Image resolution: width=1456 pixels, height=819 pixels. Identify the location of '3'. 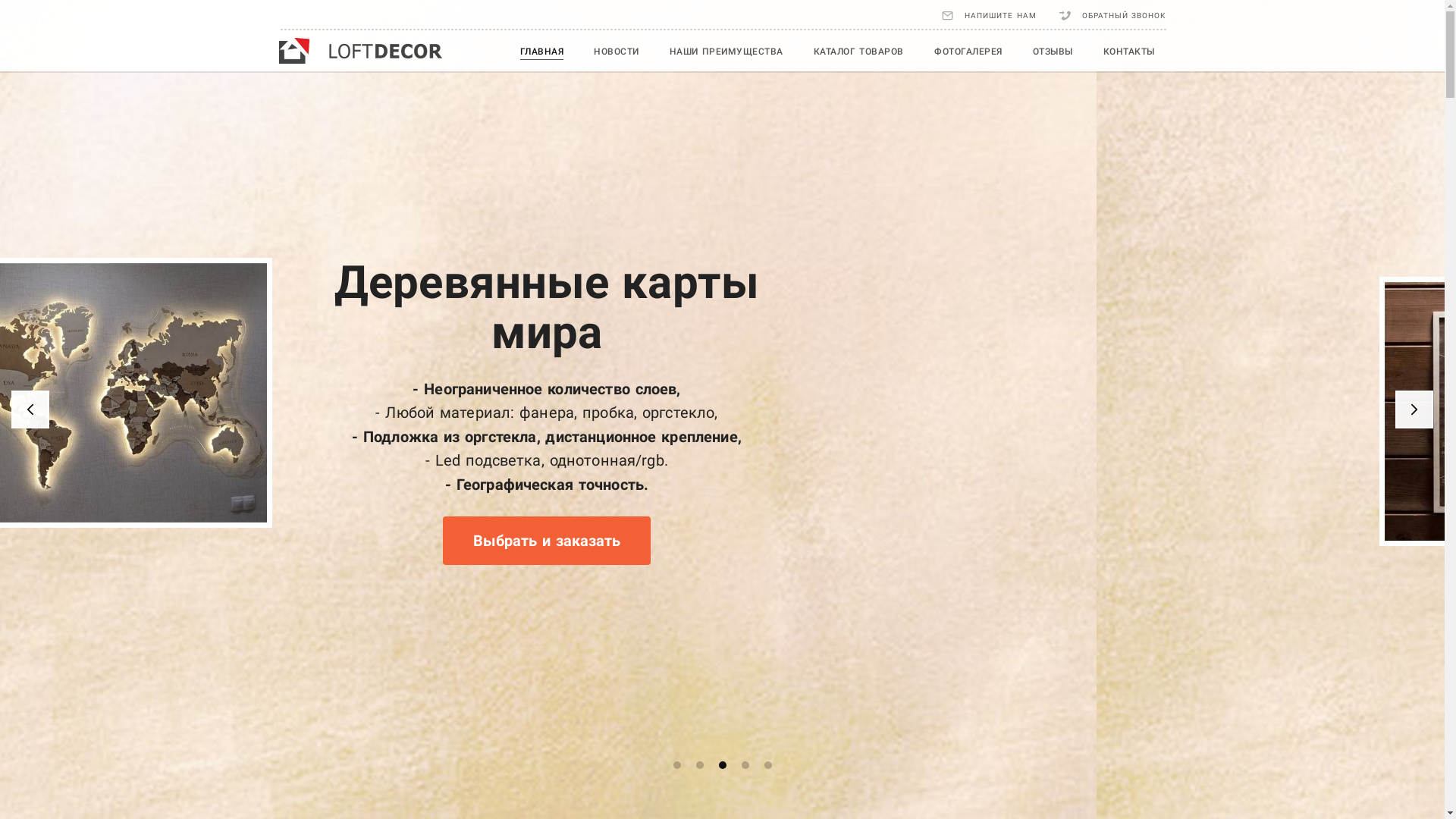
(722, 765).